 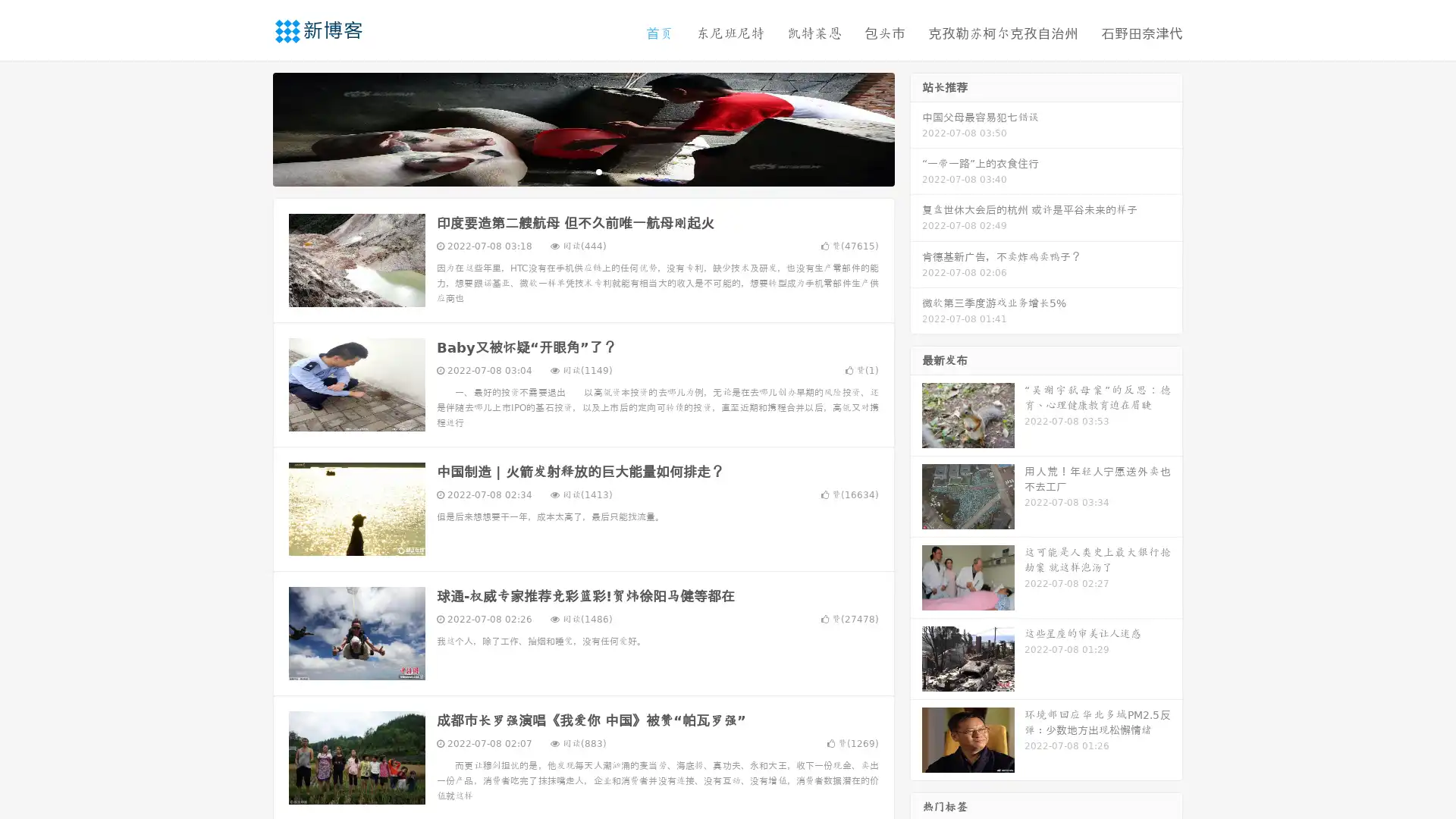 What do you see at coordinates (598, 171) in the screenshot?
I see `Go to slide 3` at bounding box center [598, 171].